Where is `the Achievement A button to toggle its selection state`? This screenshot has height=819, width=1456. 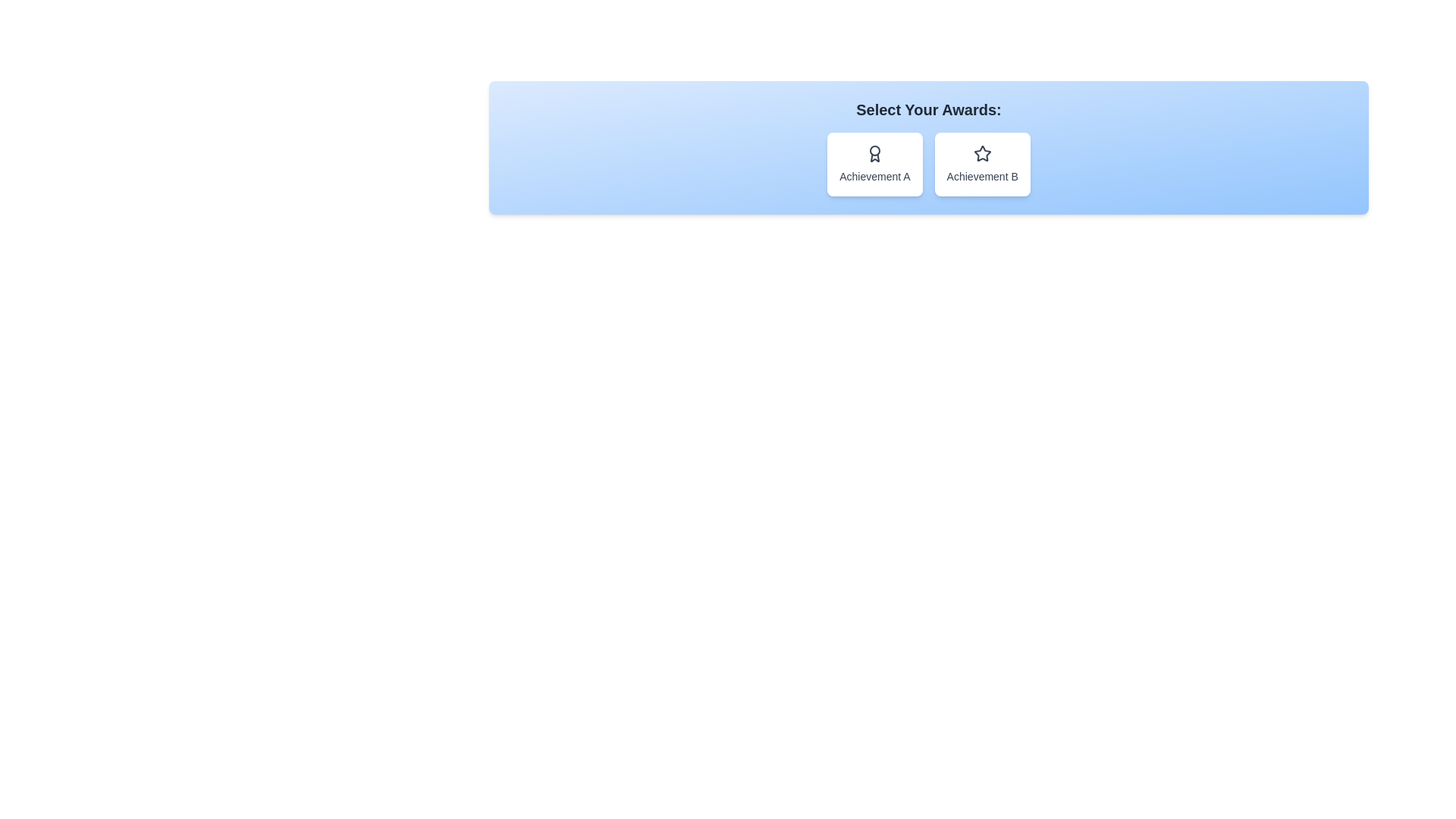 the Achievement A button to toggle its selection state is located at coordinates (874, 164).